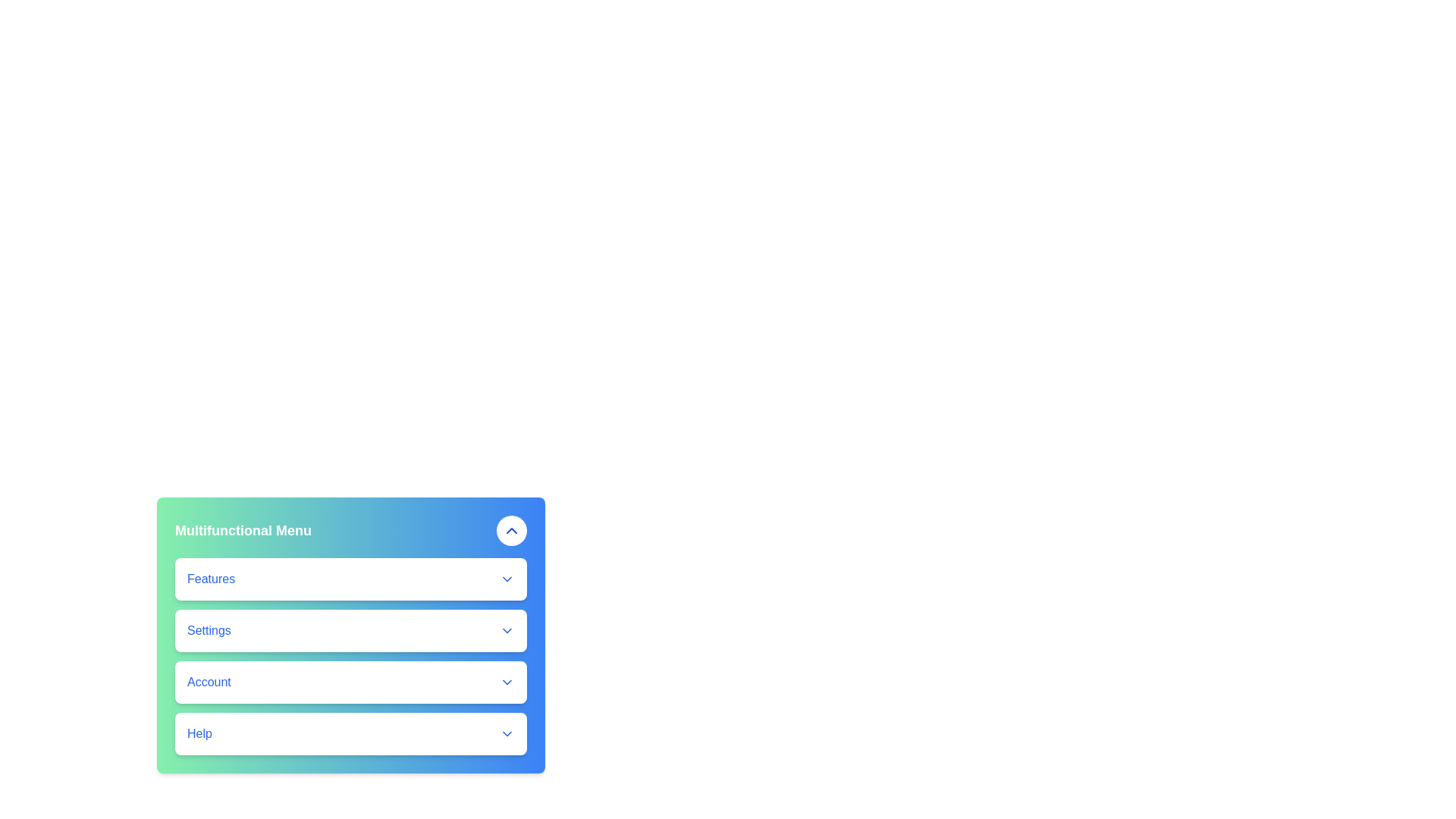  I want to click on 'Multifunctional Menu' text label, which is prominently displayed in a larger, bold font at the top-left corner of the menu panel, so click(243, 529).